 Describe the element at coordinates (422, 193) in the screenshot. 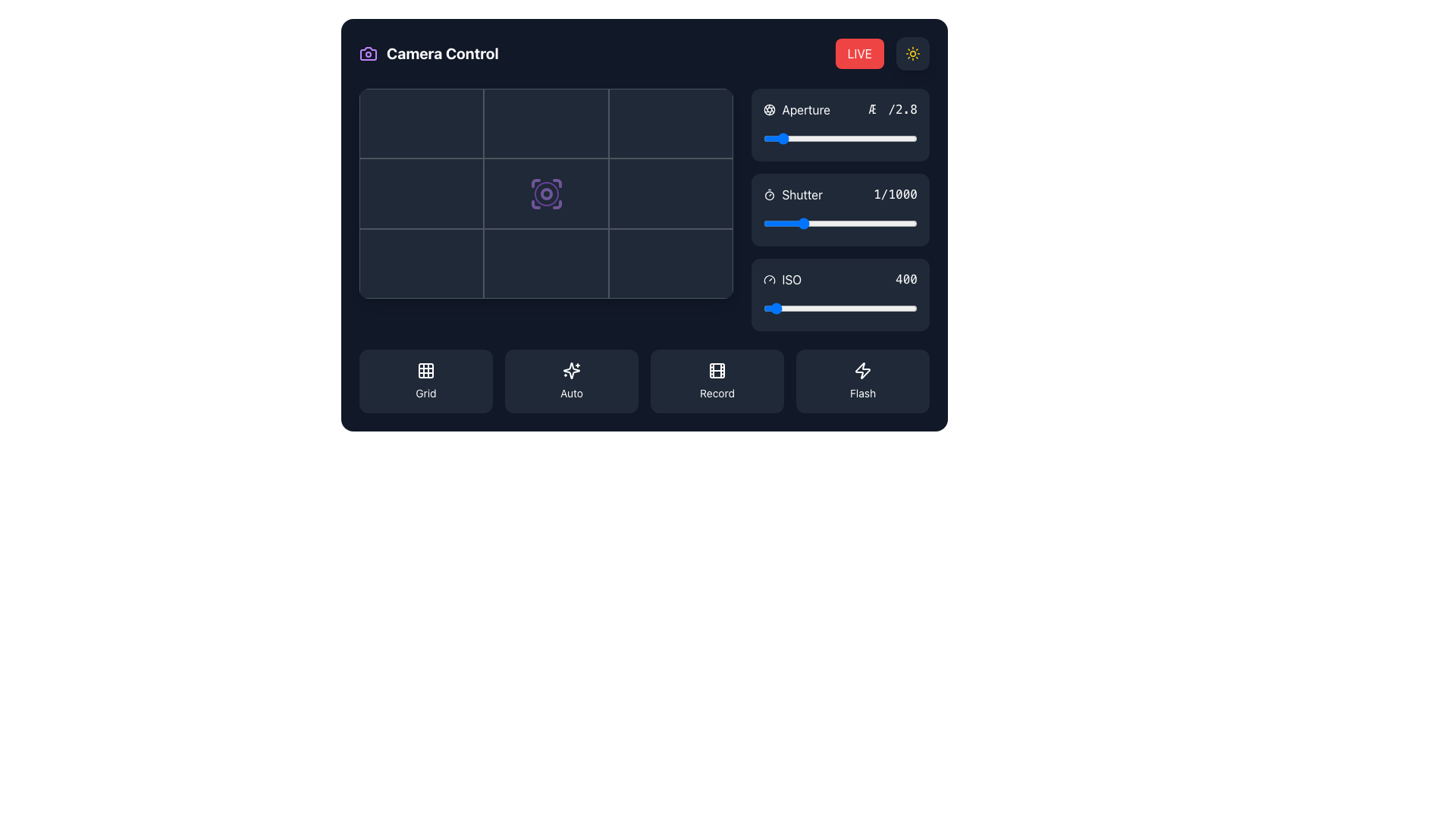

I see `the static panel located in the second row and first column of a 3x3 grid to observe possible visual effects` at that location.